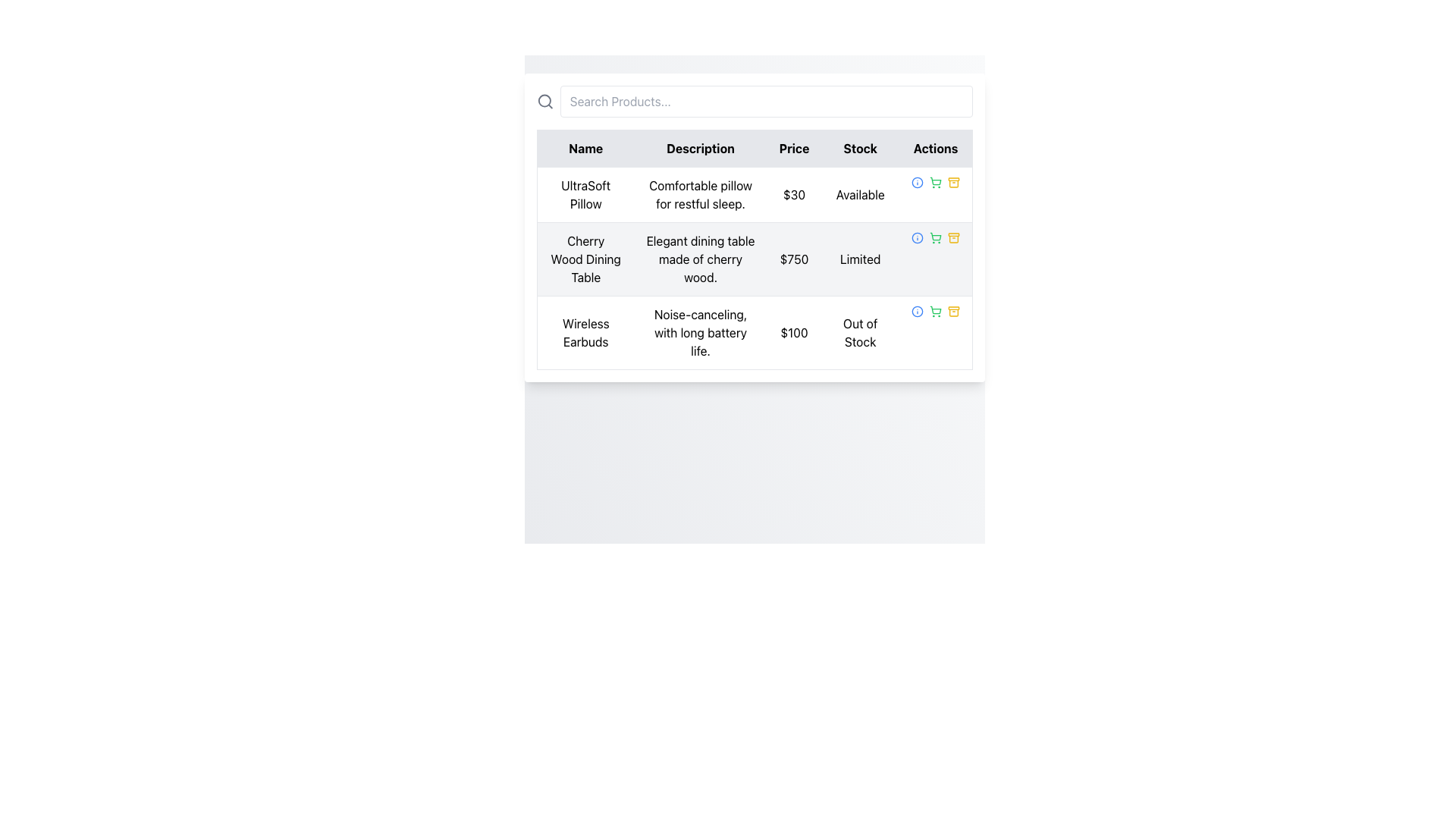 The width and height of the screenshot is (1456, 819). Describe the element at coordinates (585, 332) in the screenshot. I see `the Static Text element displaying 'Wireless Earbuds', located in the third row under the 'Name' column of the table` at that location.